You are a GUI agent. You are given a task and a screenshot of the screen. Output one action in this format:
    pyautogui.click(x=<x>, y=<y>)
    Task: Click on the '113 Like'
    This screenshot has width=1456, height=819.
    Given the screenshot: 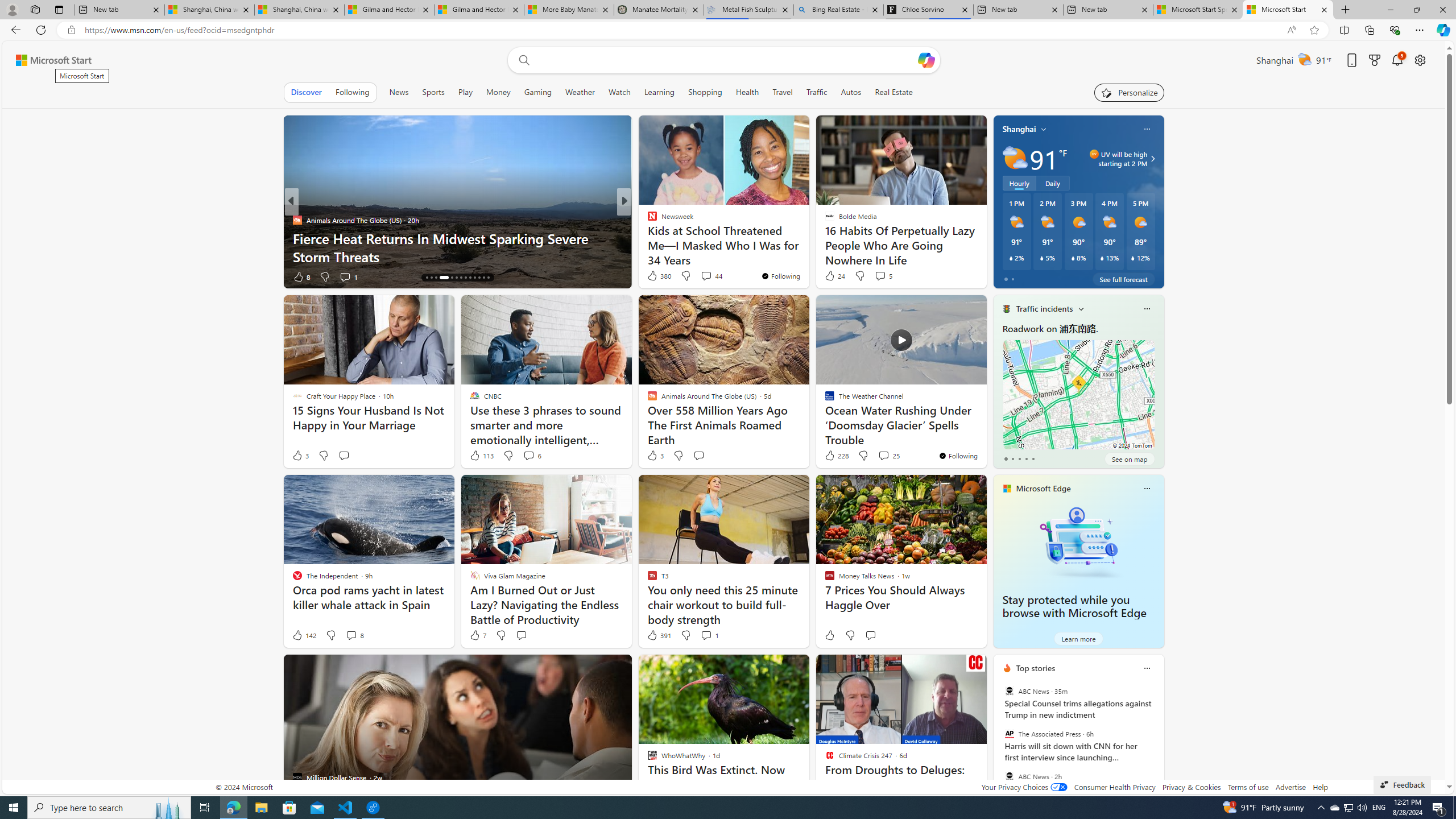 What is the action you would take?
    pyautogui.click(x=481, y=455)
    